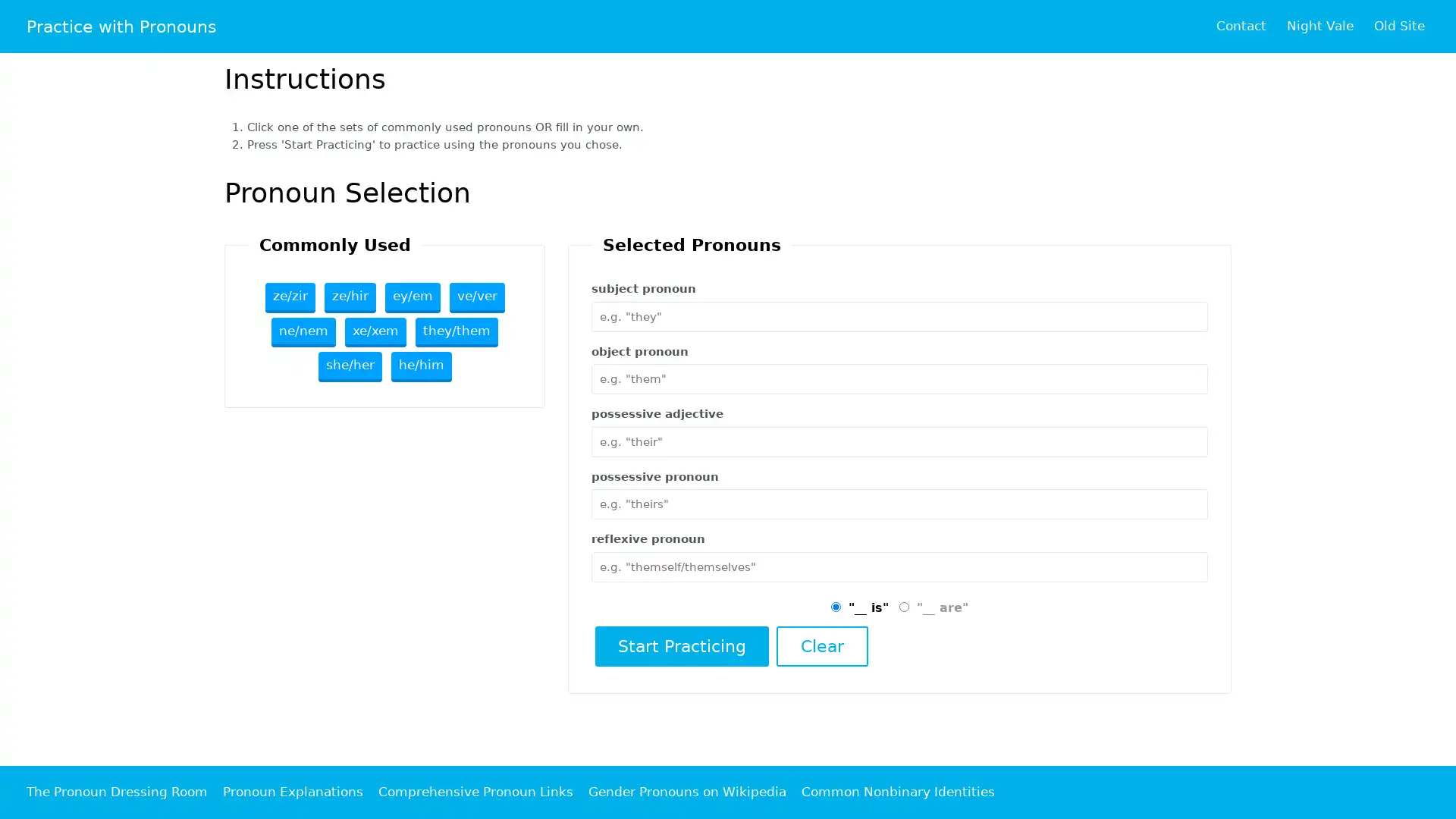 The image size is (1456, 819). Describe the element at coordinates (821, 645) in the screenshot. I see `Clear` at that location.